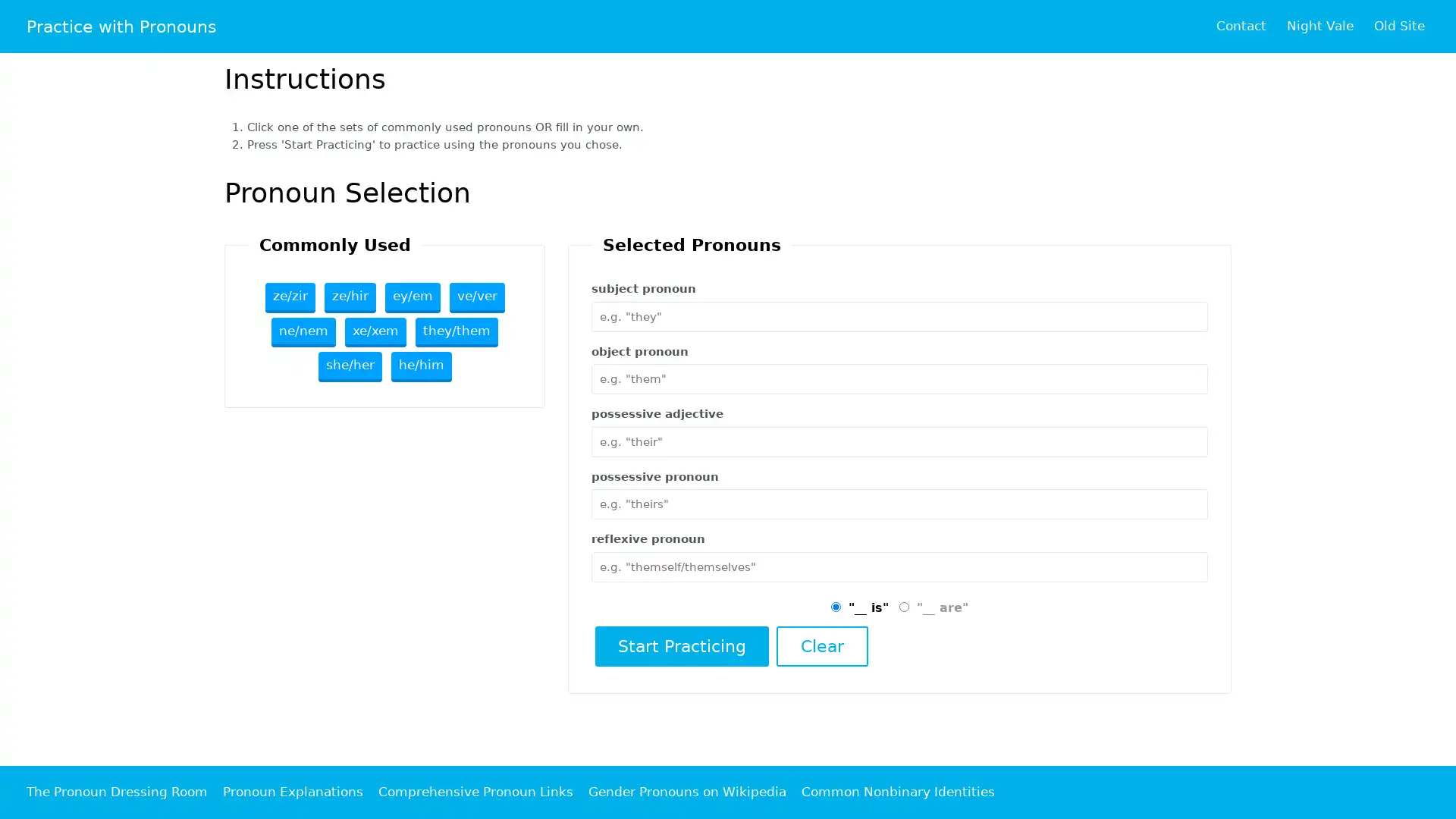 The image size is (1456, 819). Describe the element at coordinates (821, 645) in the screenshot. I see `Clear` at that location.